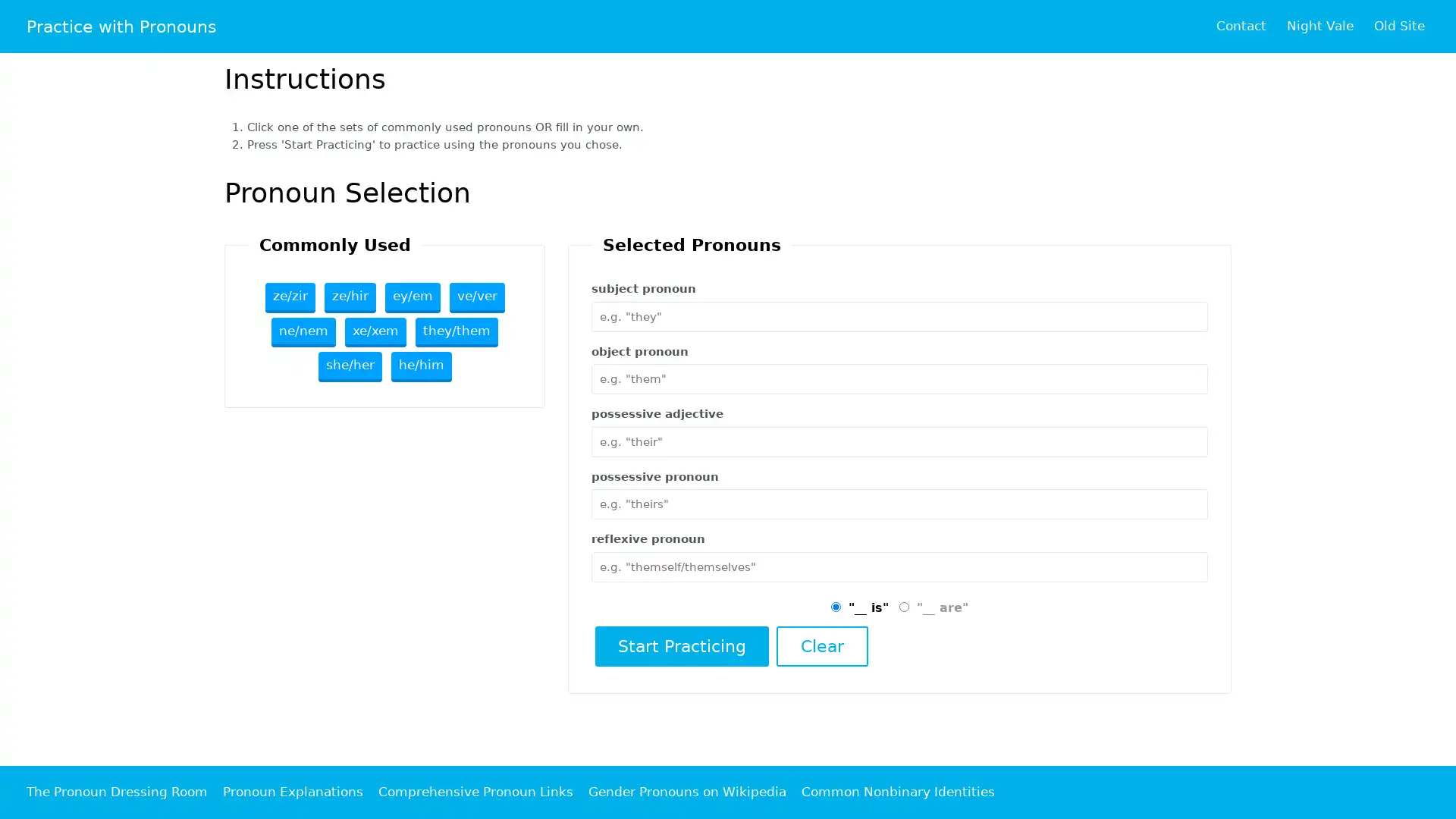 The image size is (1456, 819). Describe the element at coordinates (821, 645) in the screenshot. I see `Clear` at that location.